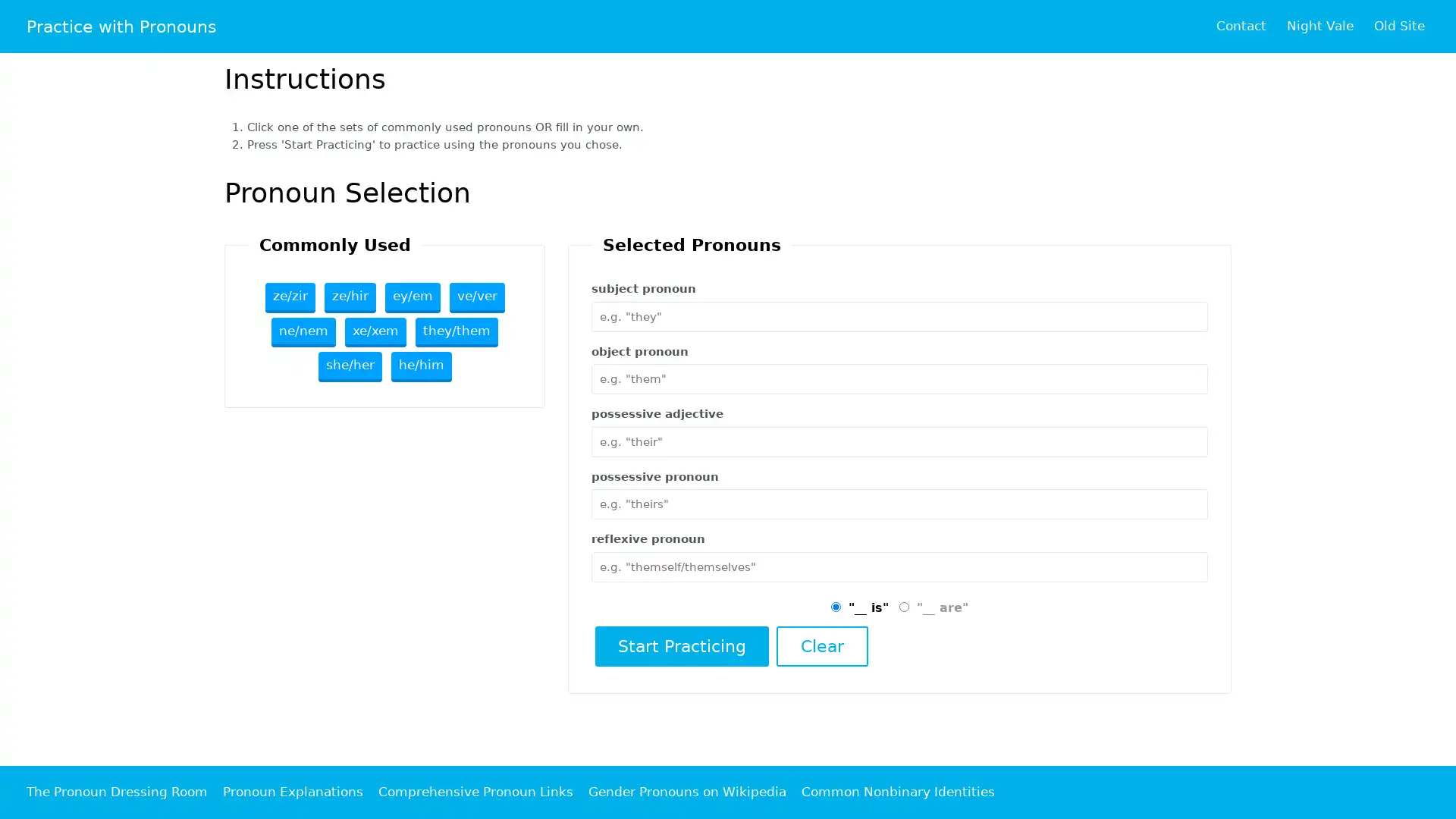 The image size is (1456, 819). Describe the element at coordinates (821, 645) in the screenshot. I see `Clear` at that location.